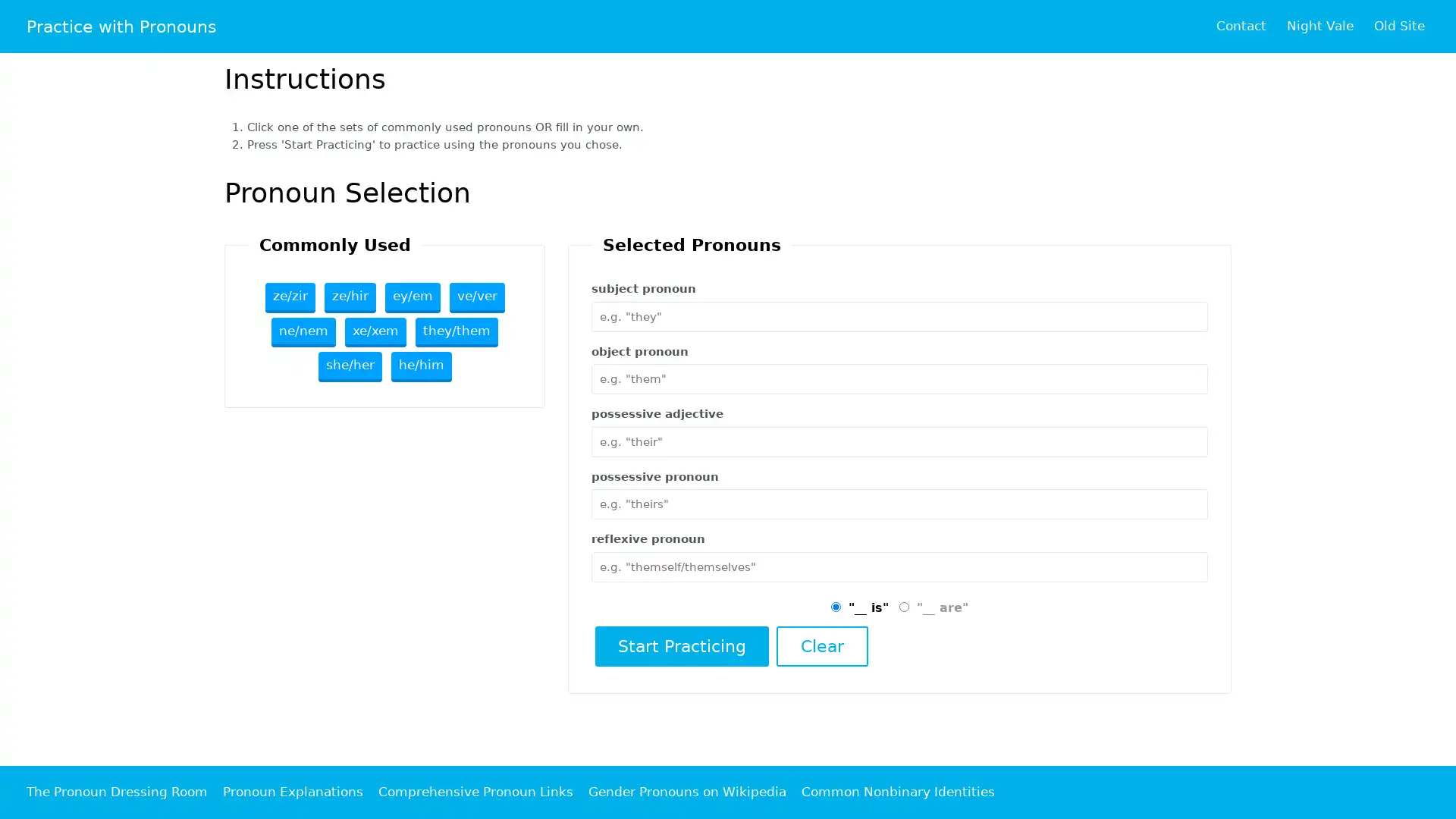 The image size is (1456, 819). Describe the element at coordinates (821, 645) in the screenshot. I see `Clear` at that location.